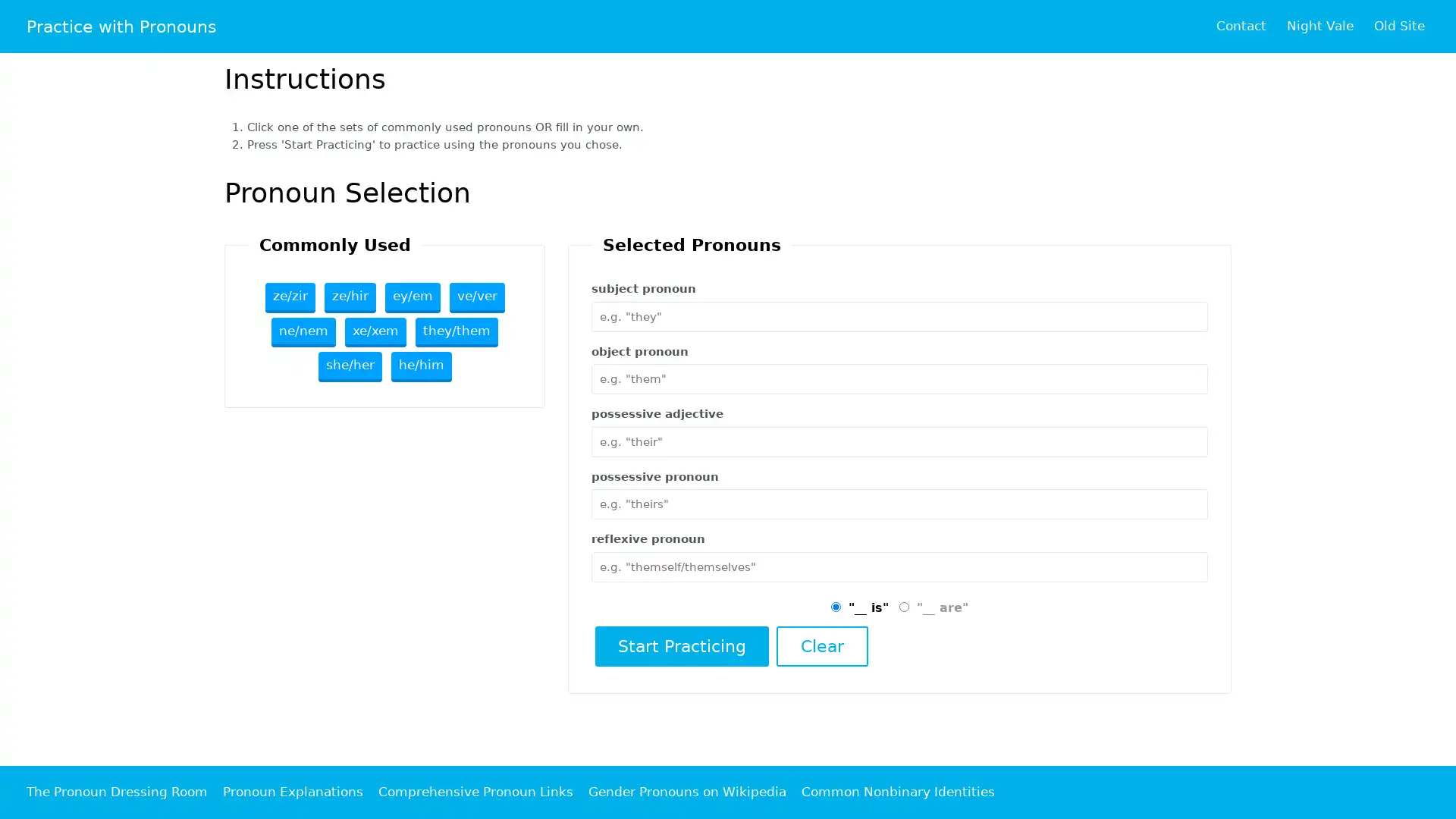 The image size is (1456, 819). Describe the element at coordinates (821, 645) in the screenshot. I see `Clear` at that location.